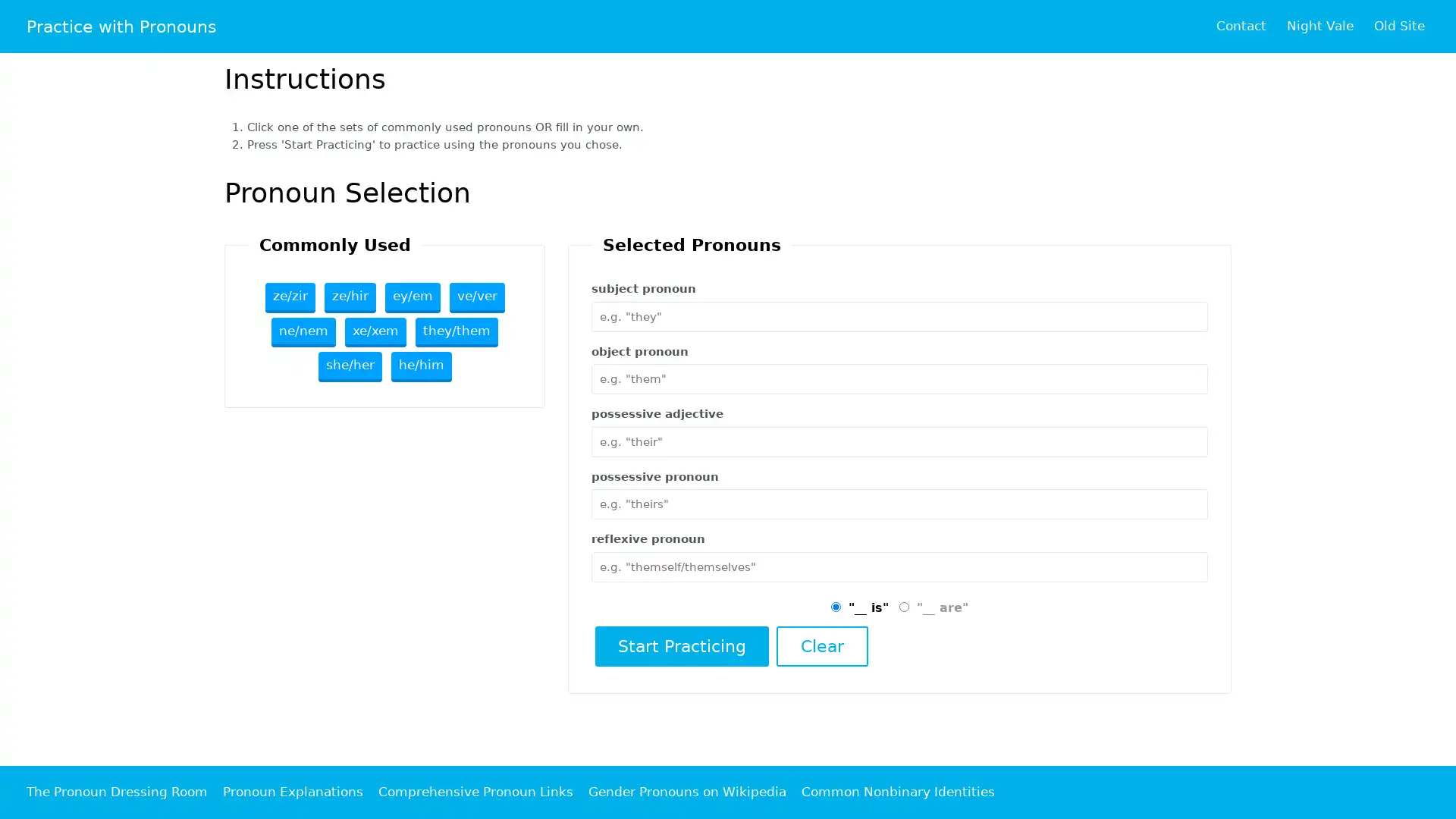 The image size is (1456, 819). Describe the element at coordinates (821, 645) in the screenshot. I see `Clear` at that location.